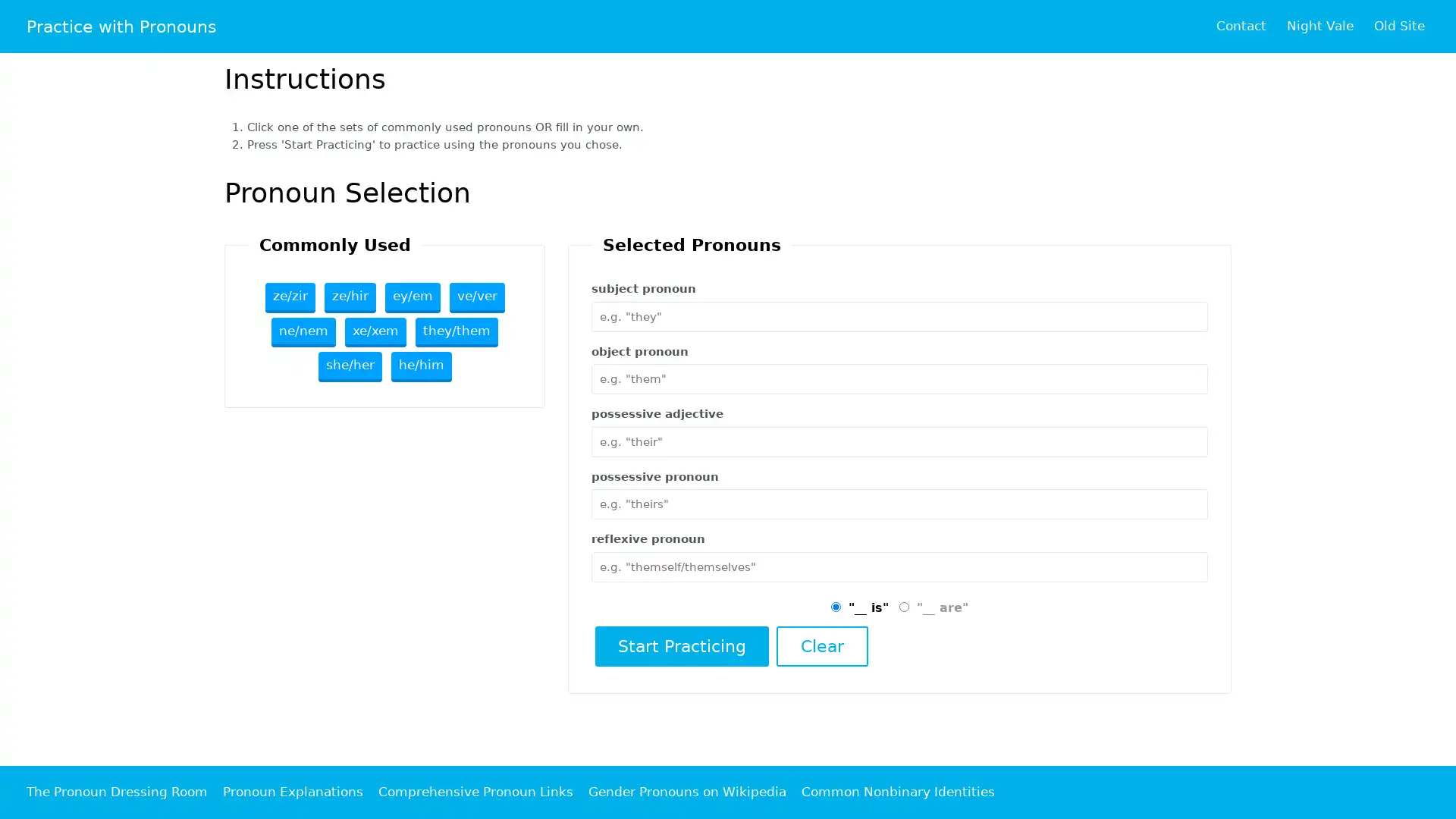 The image size is (1456, 819). Describe the element at coordinates (821, 645) in the screenshot. I see `Clear` at that location.